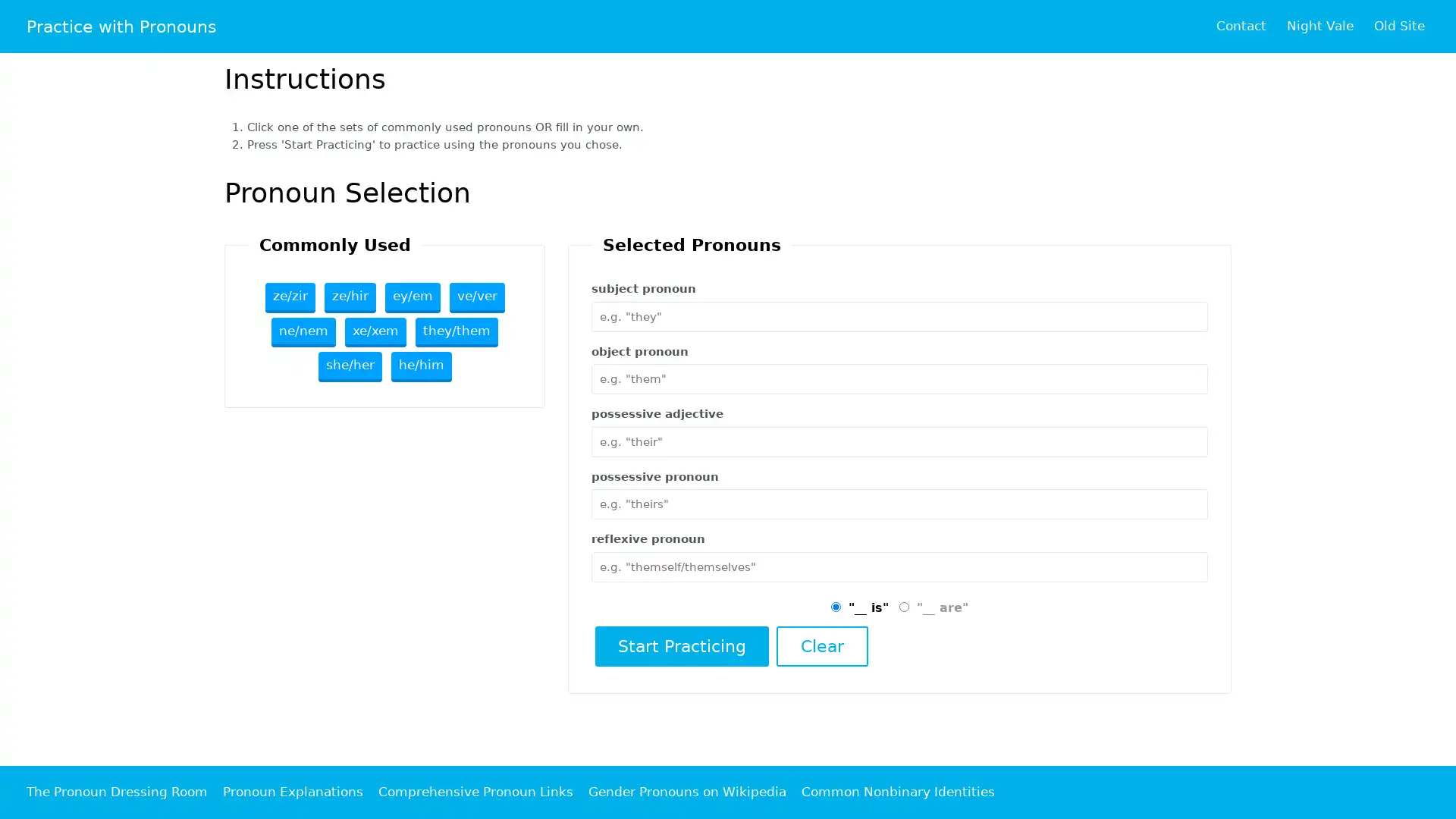 The image size is (1456, 819). Describe the element at coordinates (821, 645) in the screenshot. I see `Clear` at that location.